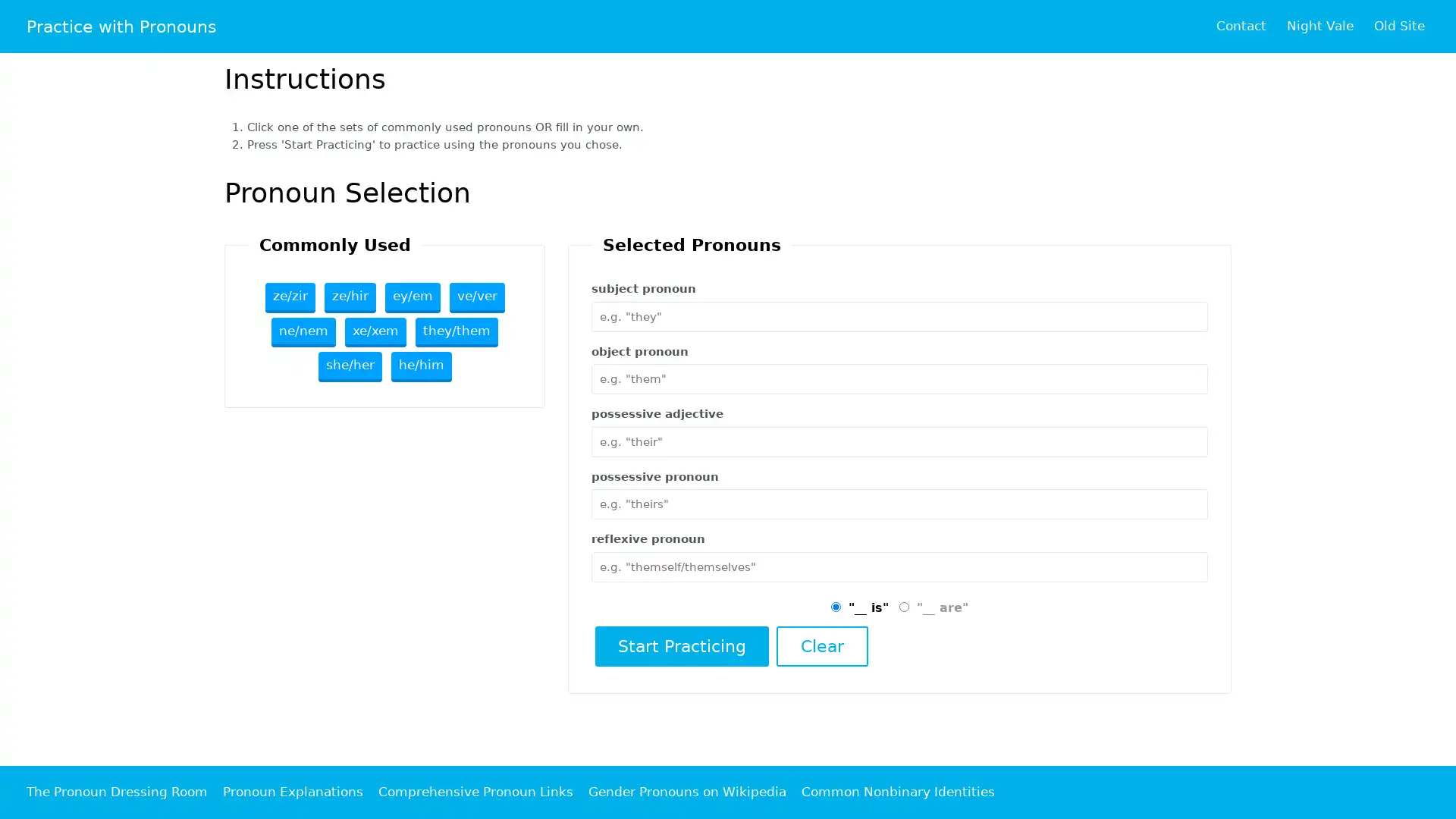 The image size is (1456, 819). Describe the element at coordinates (821, 645) in the screenshot. I see `Clear` at that location.